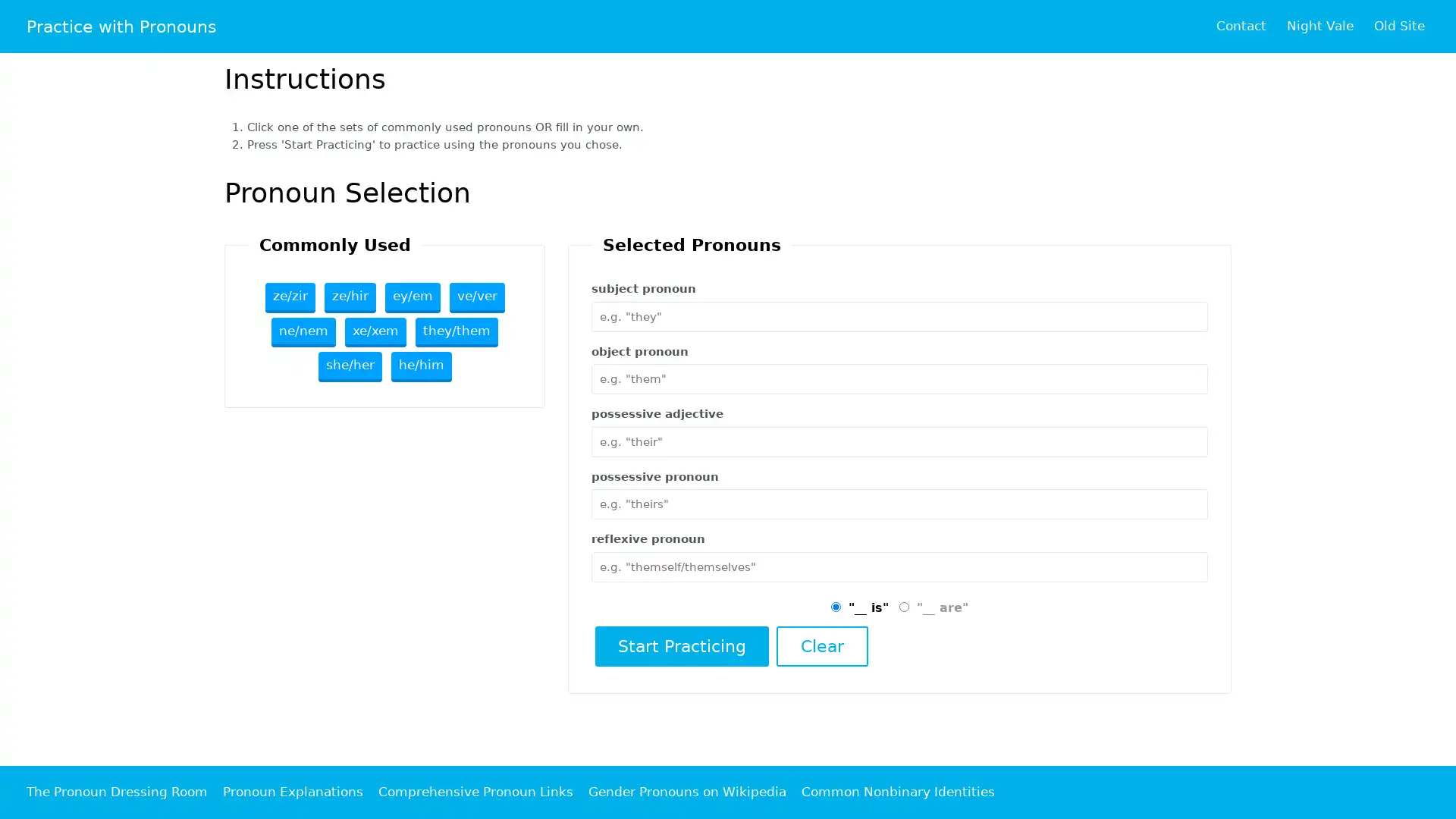 The image size is (1456, 819). Describe the element at coordinates (821, 645) in the screenshot. I see `Clear` at that location.